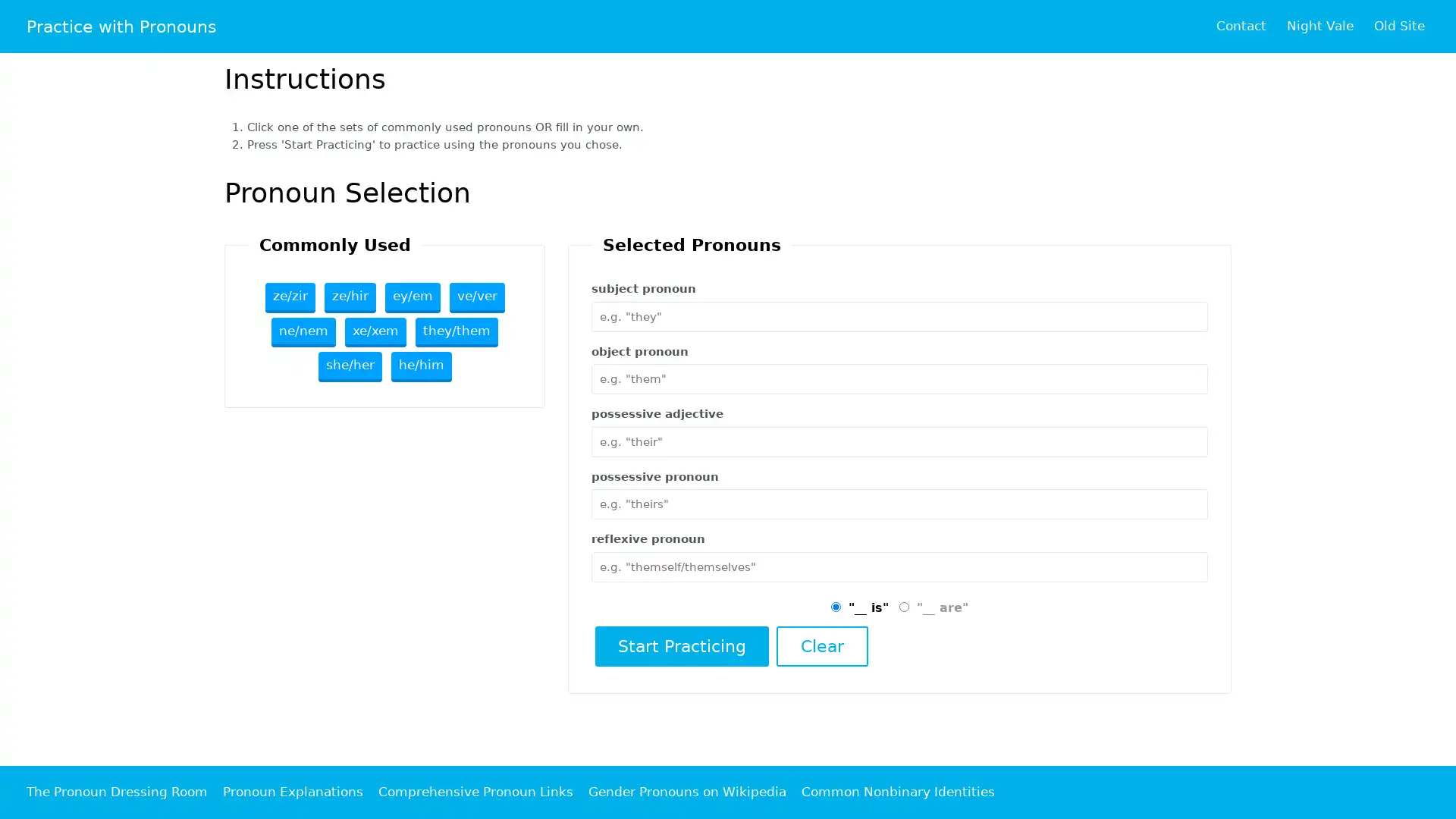 The image size is (1456, 819). Describe the element at coordinates (821, 645) in the screenshot. I see `Clear` at that location.